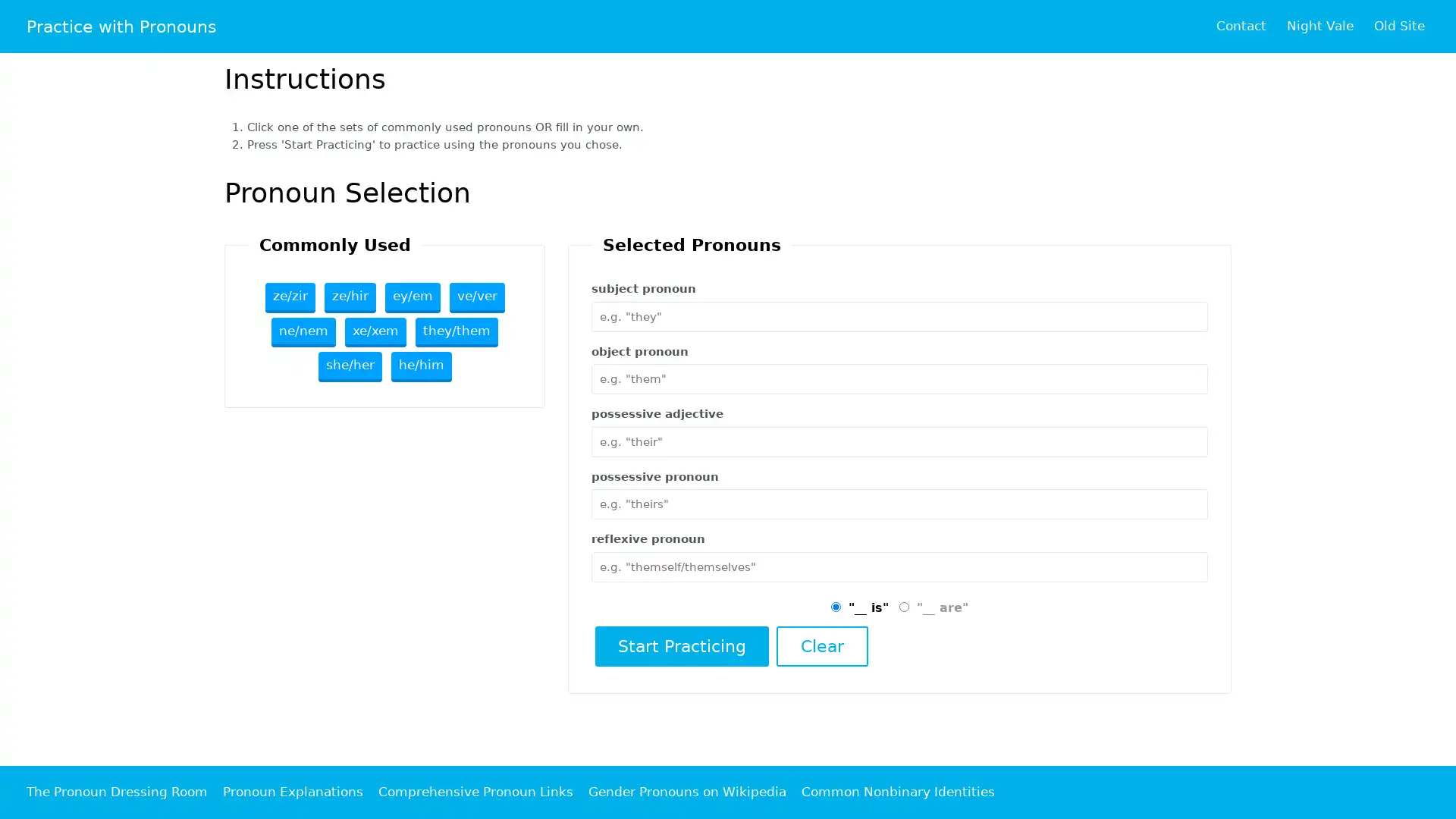 The image size is (1456, 819). Describe the element at coordinates (821, 645) in the screenshot. I see `Clear` at that location.